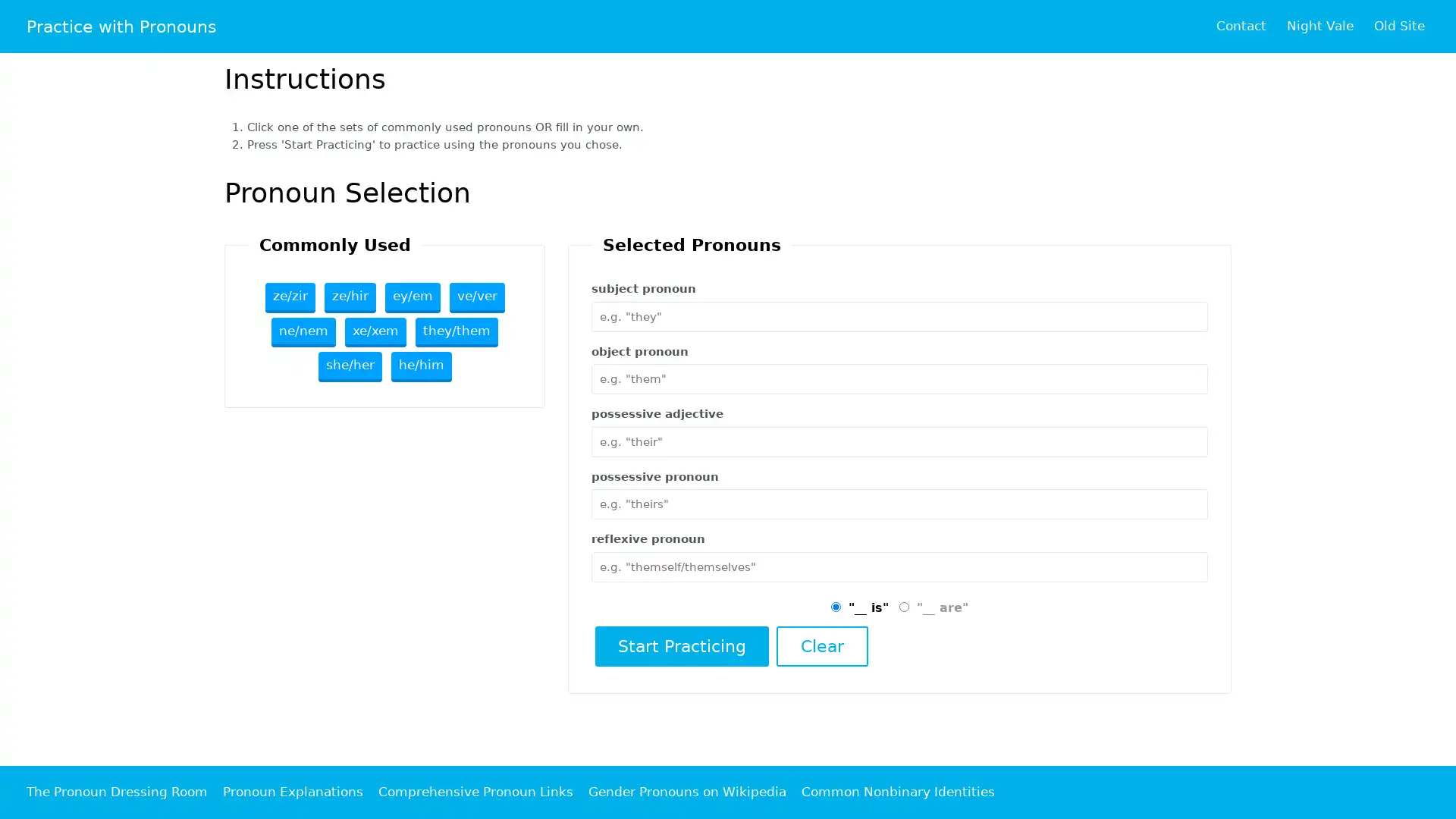 The image size is (1456, 819). Describe the element at coordinates (821, 645) in the screenshot. I see `Clear` at that location.